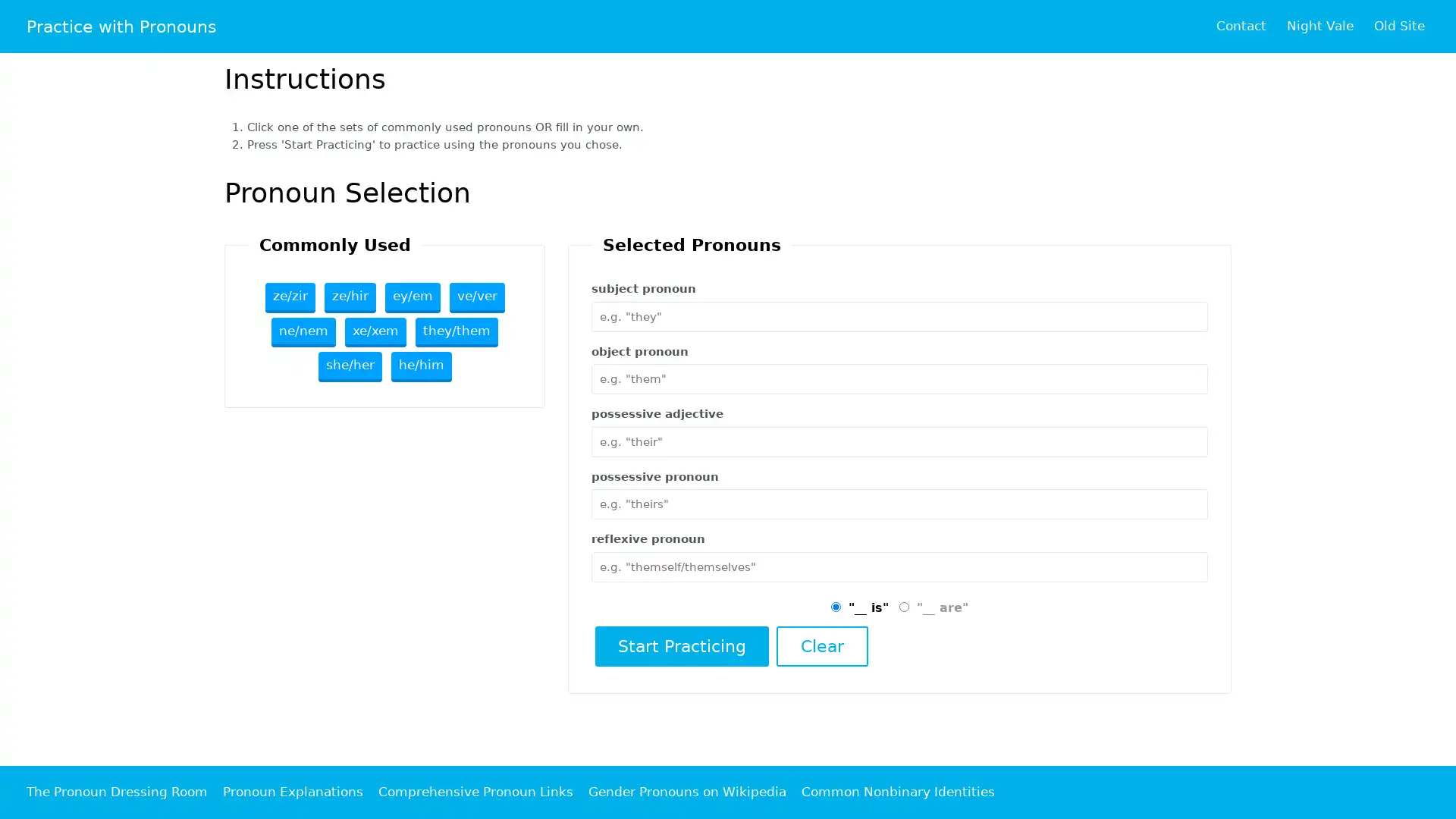 The image size is (1456, 819). Describe the element at coordinates (821, 645) in the screenshot. I see `Clear` at that location.